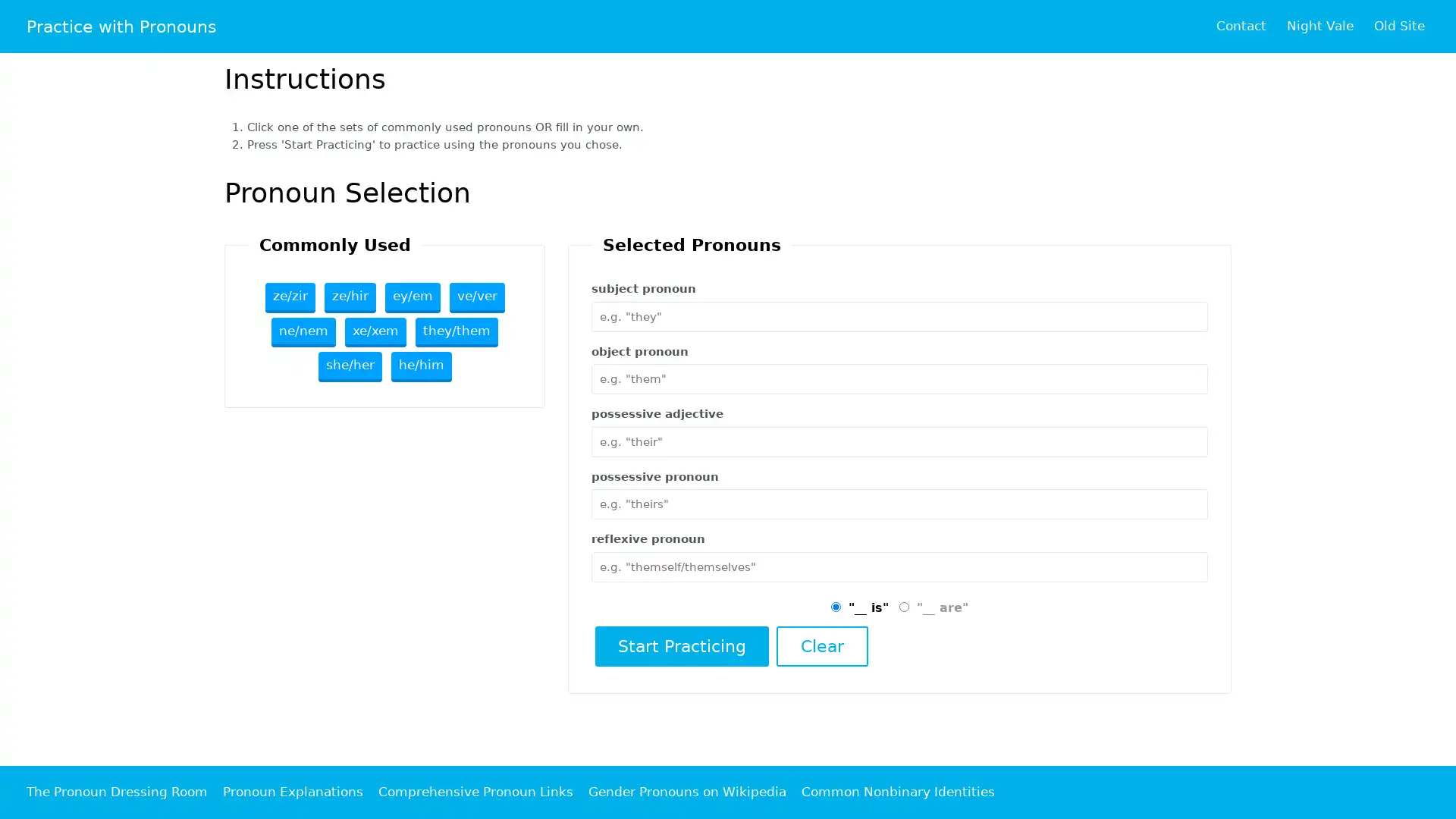 The image size is (1456, 819). Describe the element at coordinates (821, 645) in the screenshot. I see `Clear` at that location.